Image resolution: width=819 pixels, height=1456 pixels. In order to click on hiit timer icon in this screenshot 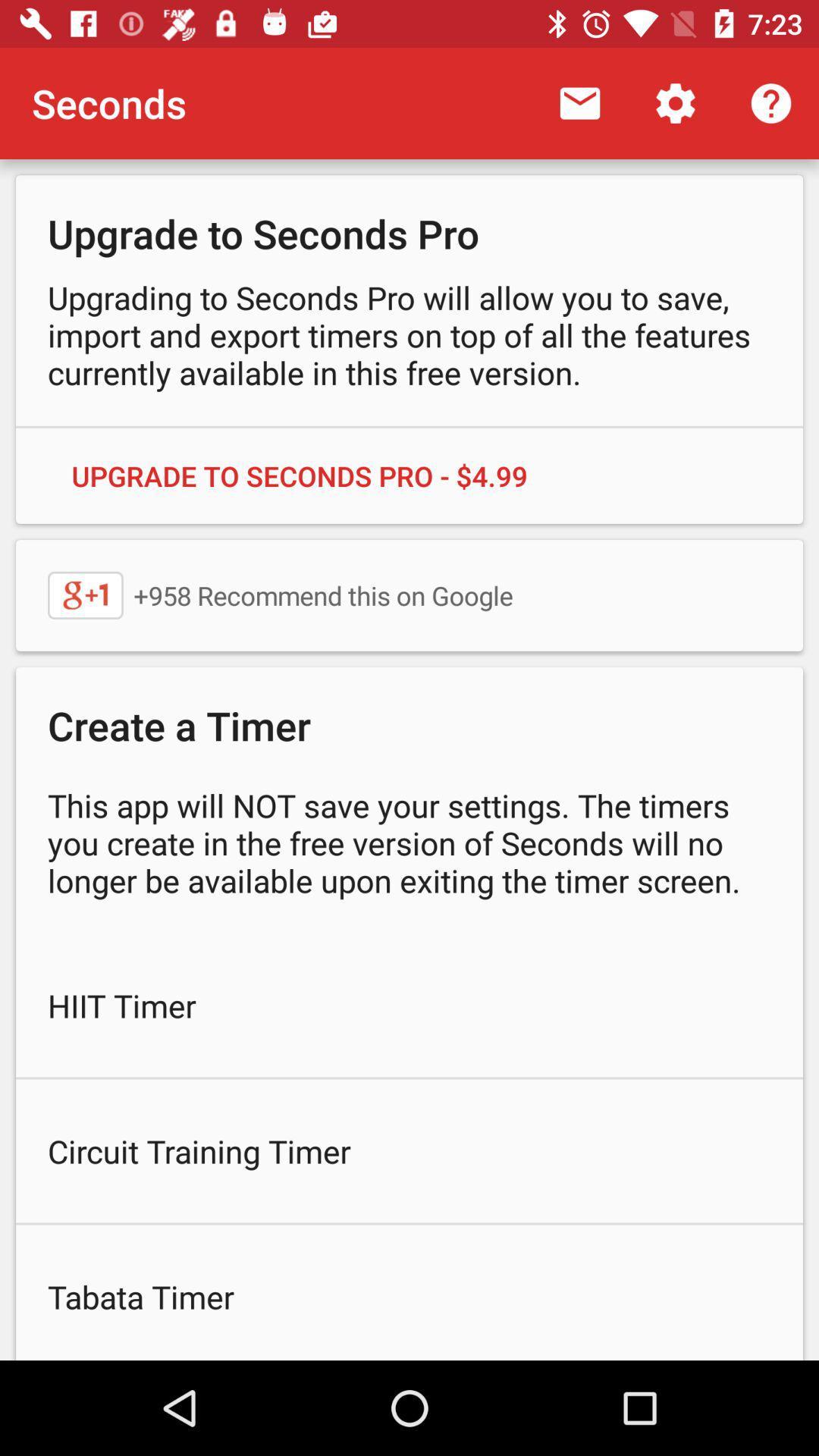, I will do `click(409, 1005)`.